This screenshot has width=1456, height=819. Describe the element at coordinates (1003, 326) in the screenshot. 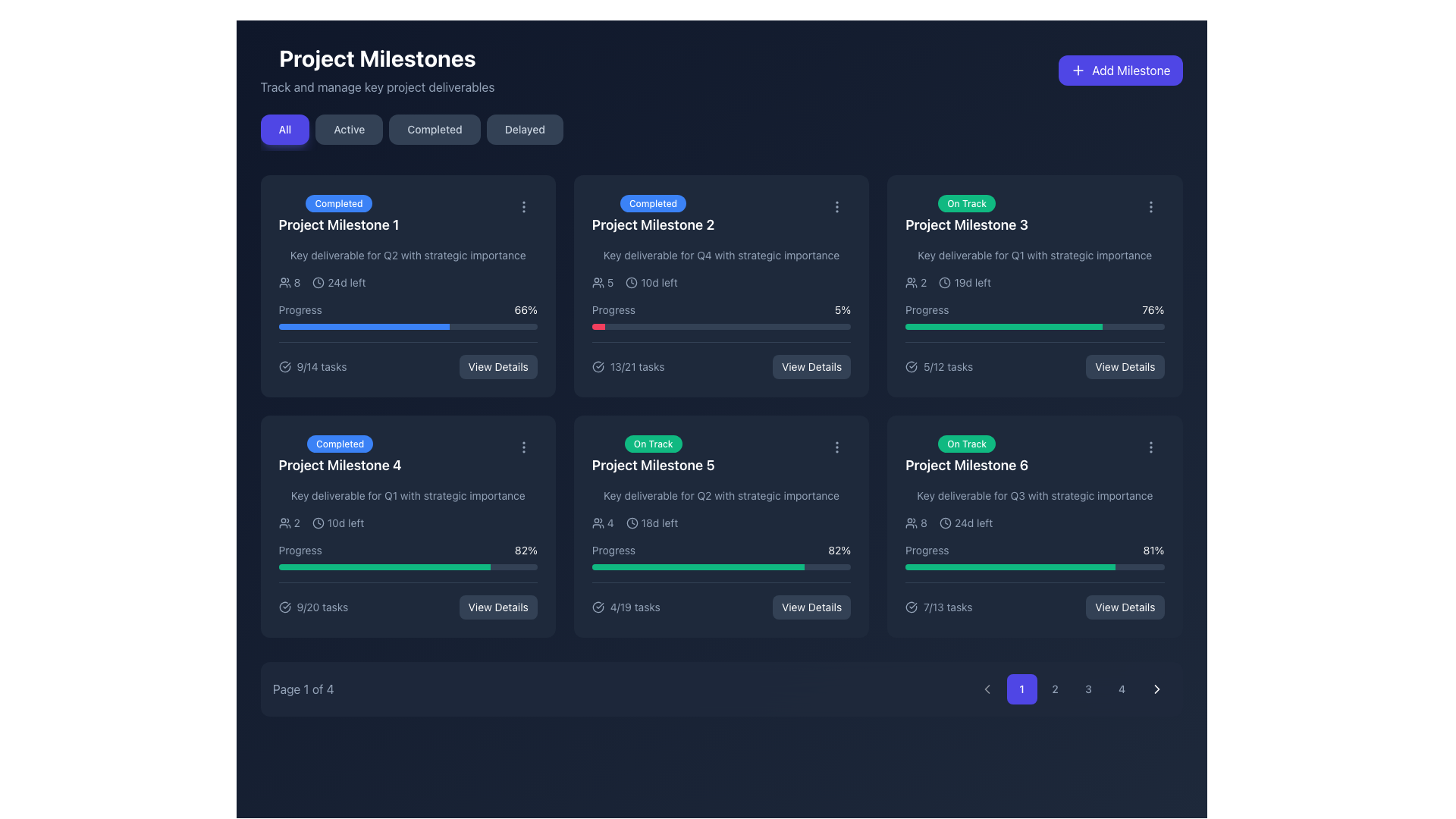

I see `the progress indicator of the green progress bar located in the 'Project Milestone 3' card, which represents a progress percentage filled to 76%` at that location.